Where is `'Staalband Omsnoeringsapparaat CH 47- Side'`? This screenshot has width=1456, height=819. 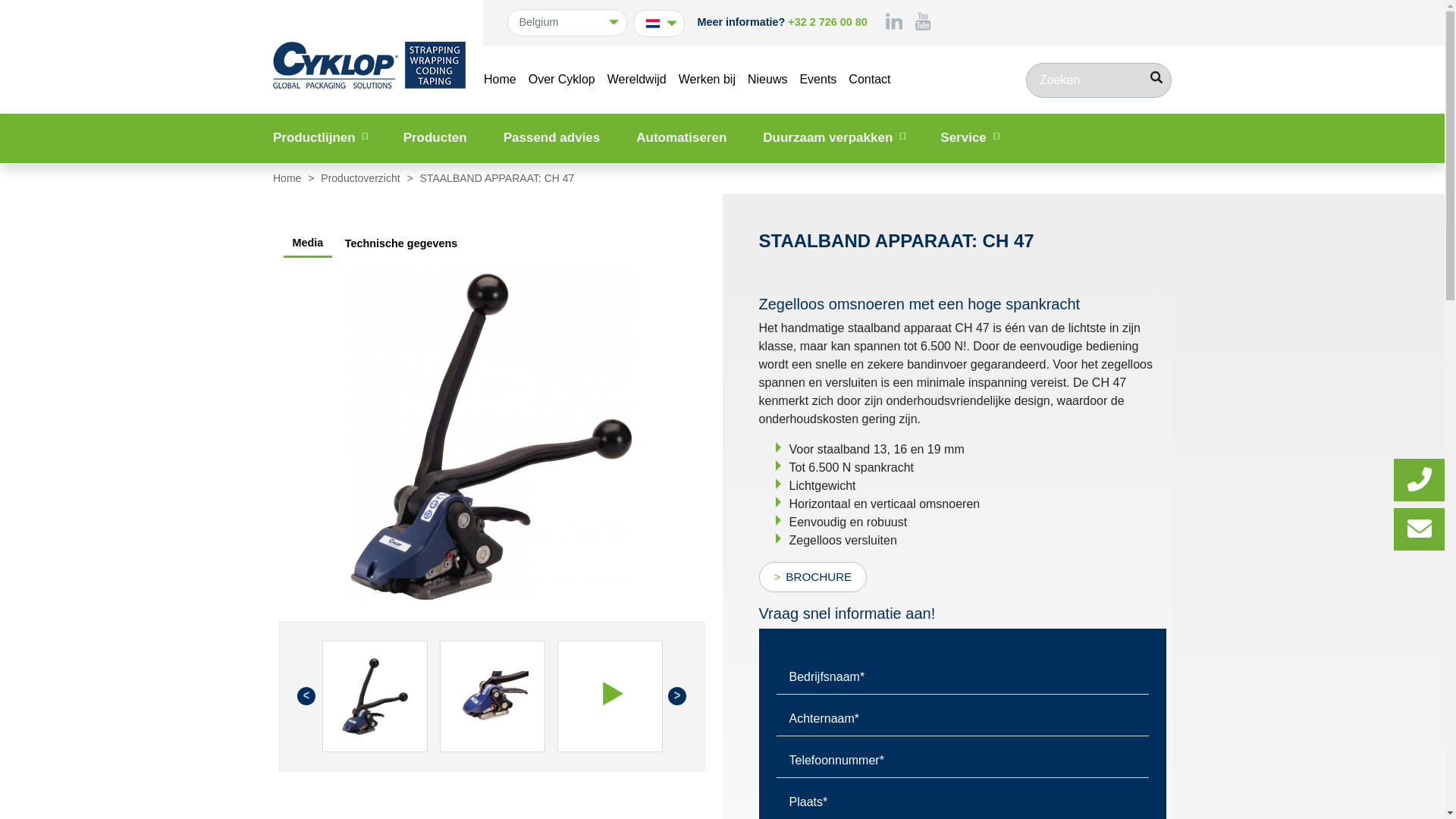
'Staalband Omsnoeringsapparaat CH 47- Side' is located at coordinates (346, 436).